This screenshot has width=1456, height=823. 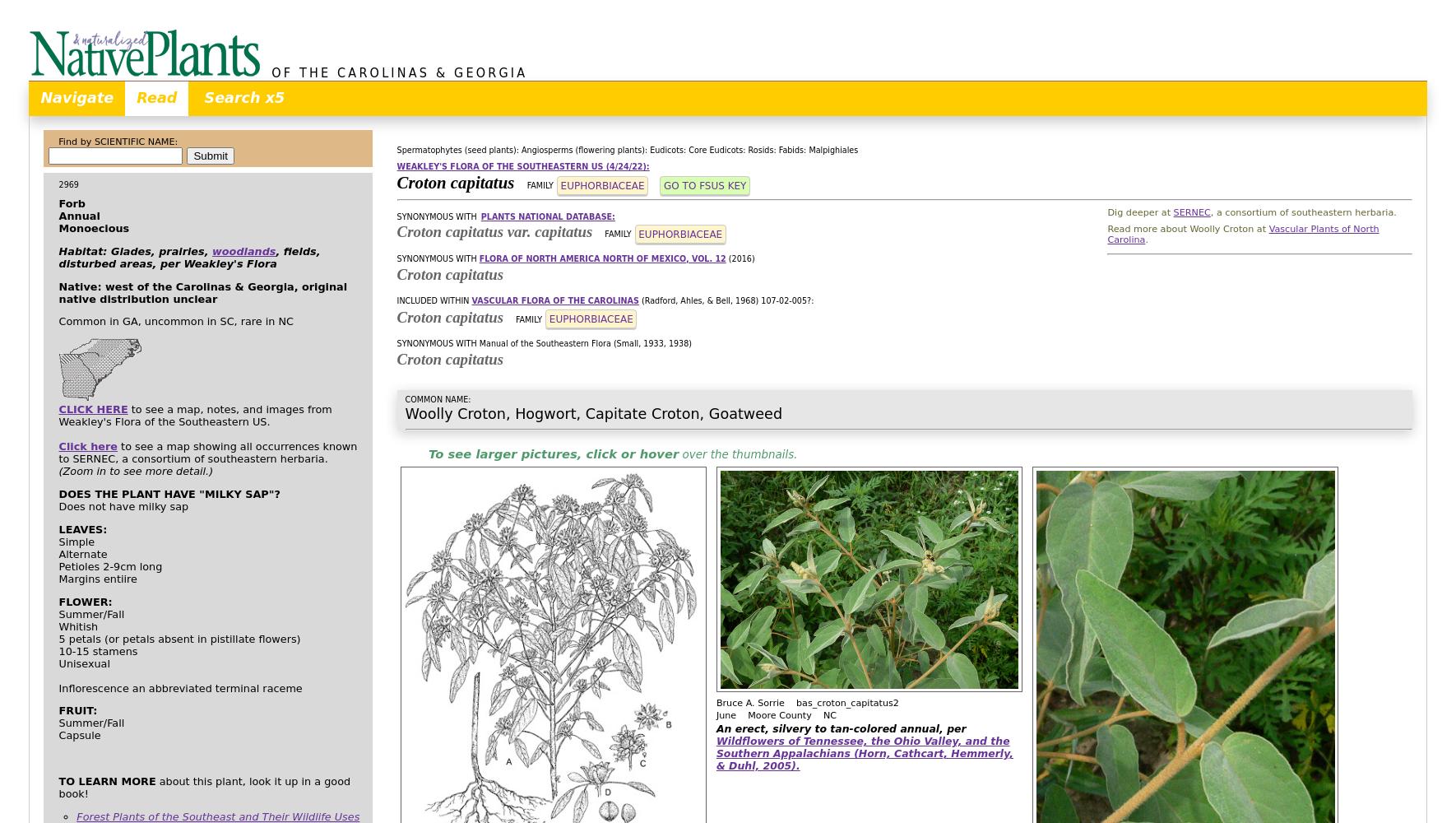 I want to click on 'Click here', so click(x=87, y=446).